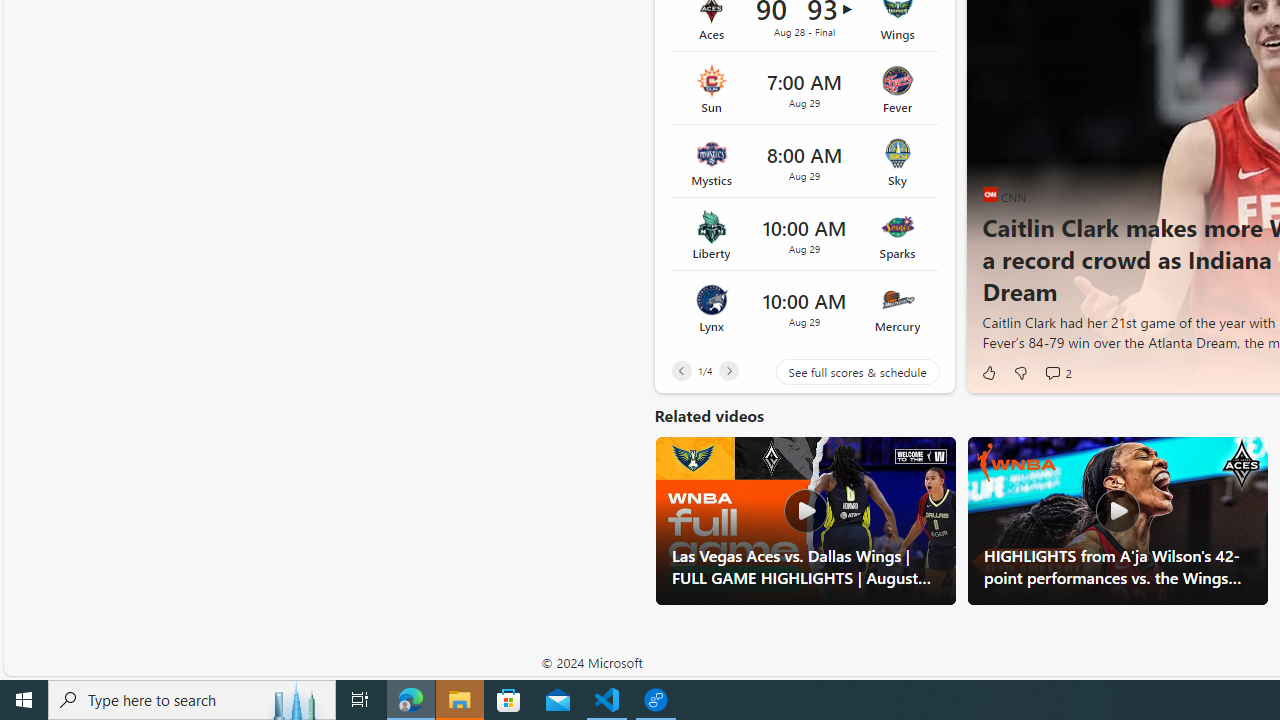  What do you see at coordinates (727, 370) in the screenshot?
I see `'Next'` at bounding box center [727, 370].